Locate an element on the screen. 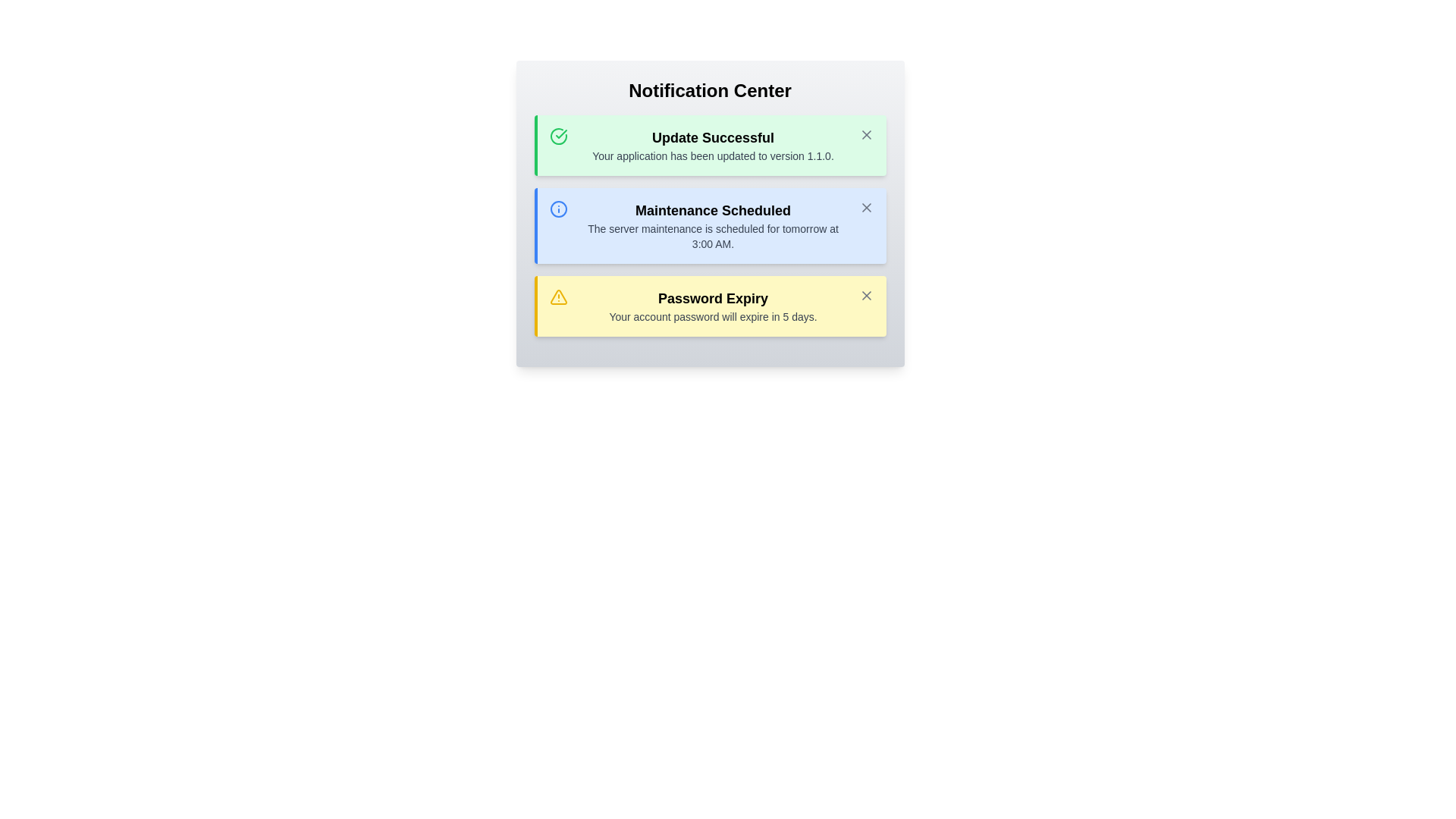 The image size is (1456, 819). the dismiss button located to the right edge of the notification titled 'Password Expiry' is located at coordinates (866, 295).